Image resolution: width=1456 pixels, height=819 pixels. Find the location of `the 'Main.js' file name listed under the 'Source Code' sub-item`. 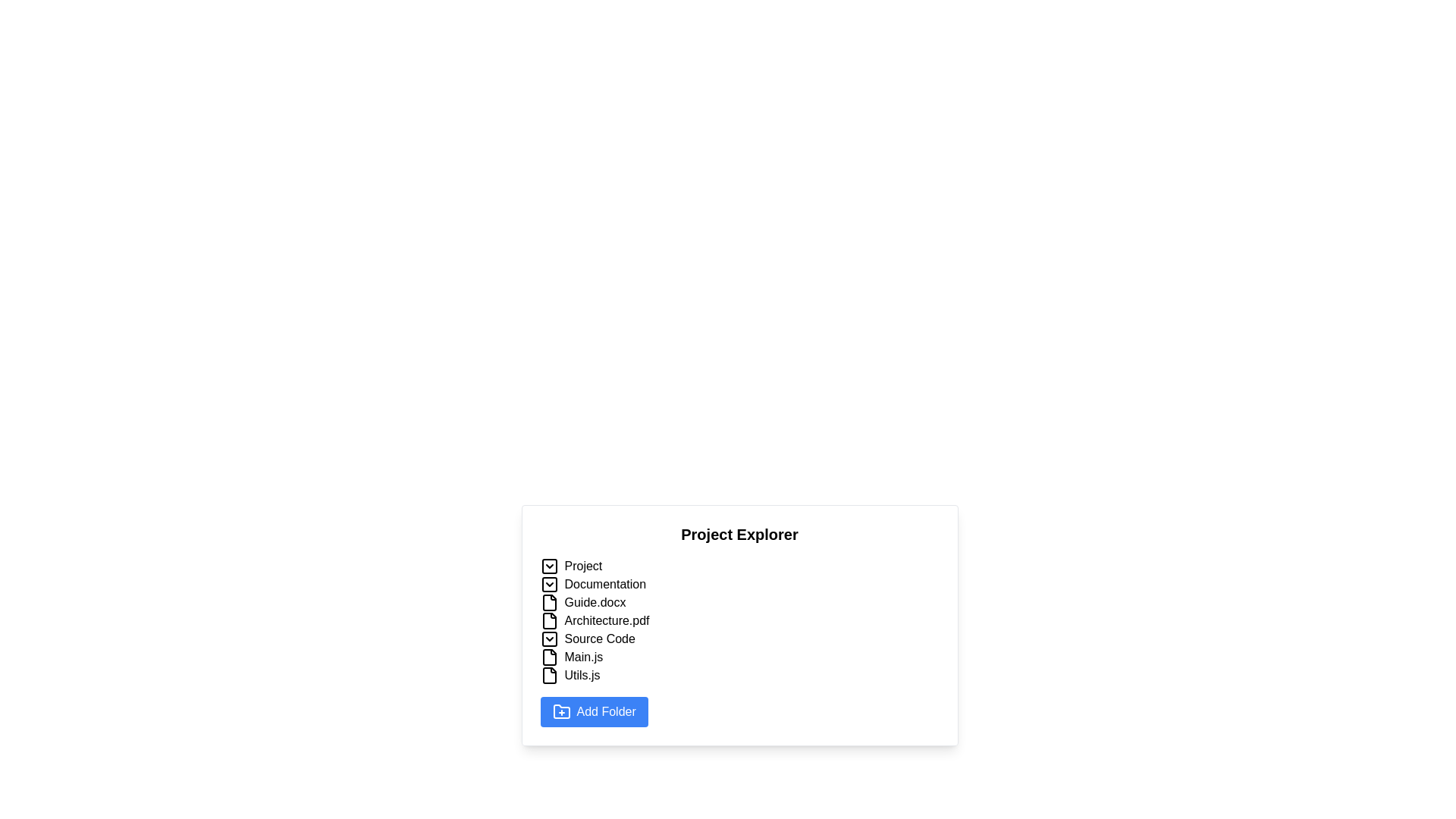

the 'Main.js' file name listed under the 'Source Code' sub-item is located at coordinates (582, 657).